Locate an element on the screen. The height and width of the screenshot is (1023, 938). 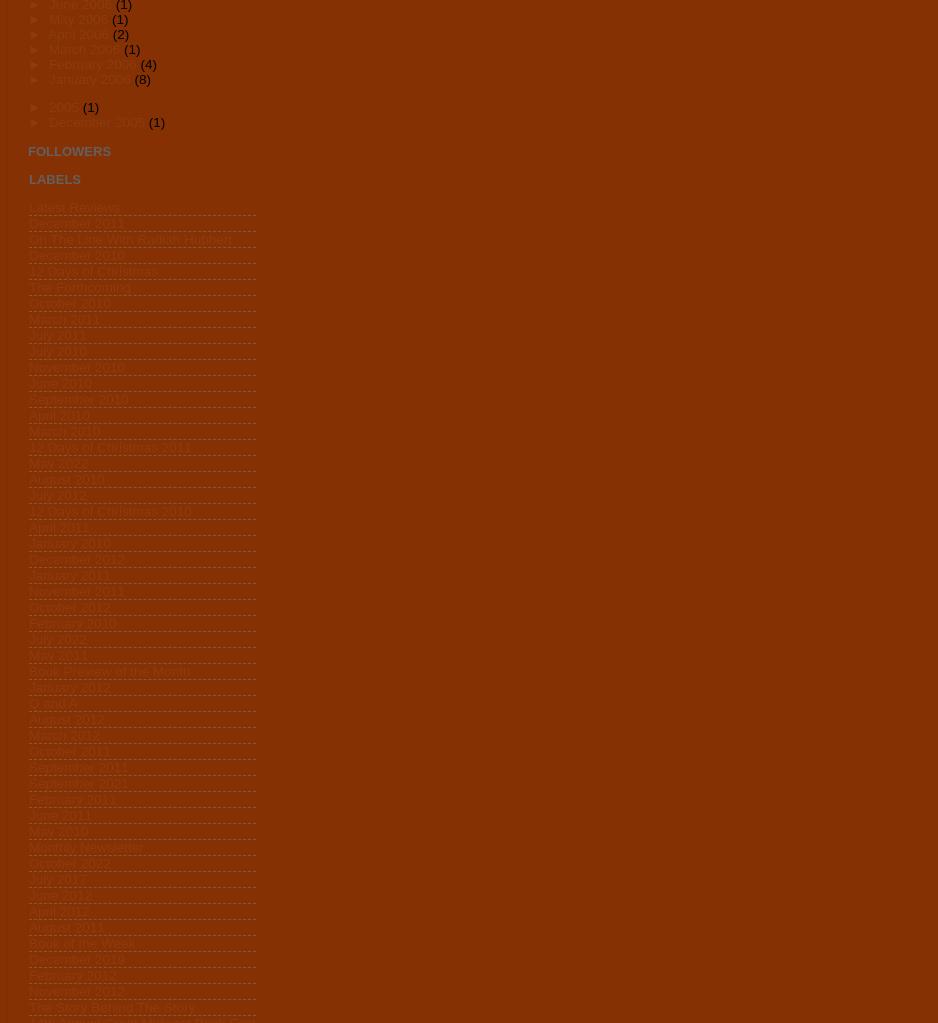
'February 2011' is located at coordinates (72, 799).